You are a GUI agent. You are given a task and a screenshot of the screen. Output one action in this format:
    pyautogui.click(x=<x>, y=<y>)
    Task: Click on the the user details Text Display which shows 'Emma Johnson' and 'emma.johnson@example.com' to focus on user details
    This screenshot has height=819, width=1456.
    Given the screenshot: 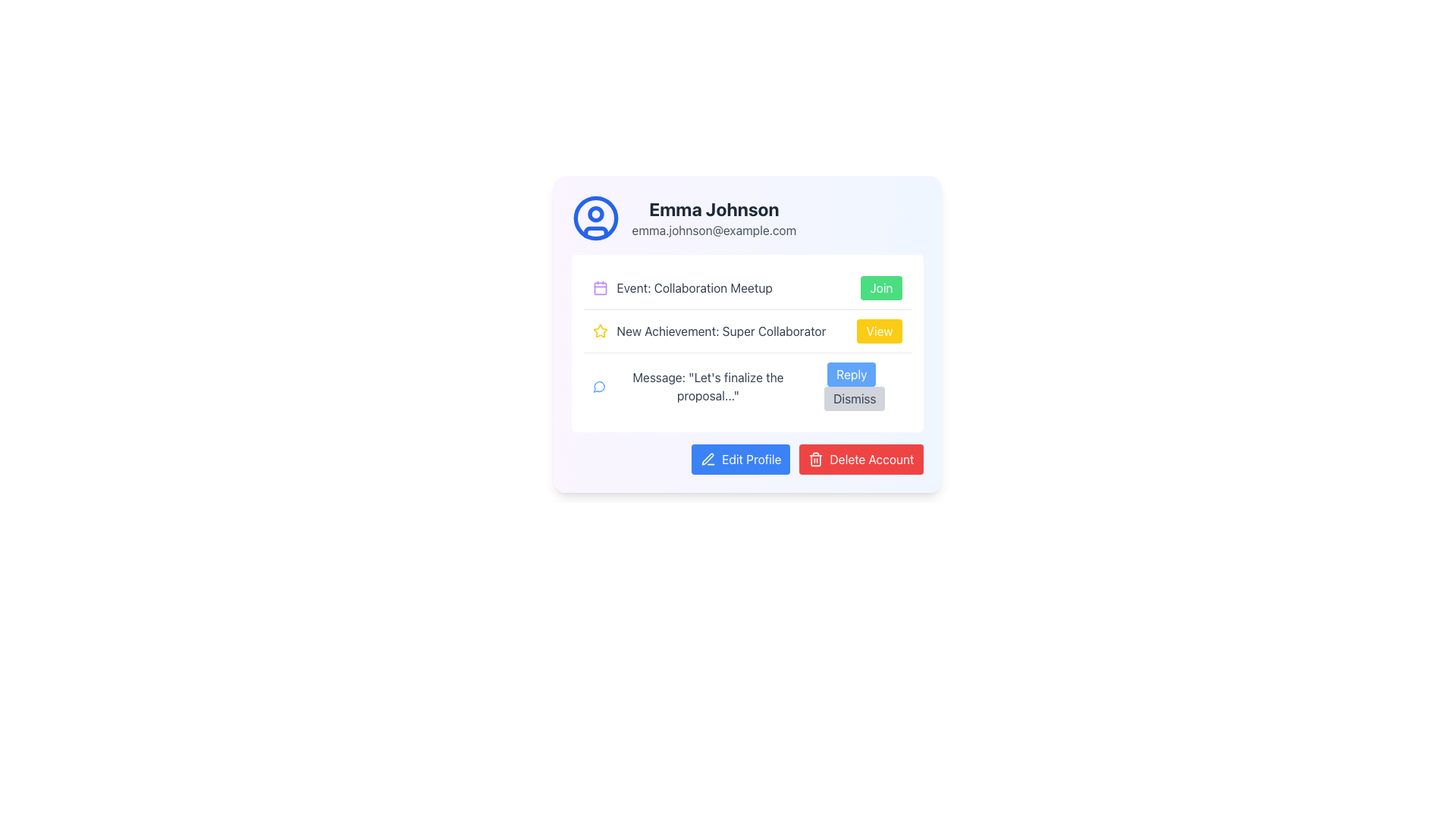 What is the action you would take?
    pyautogui.click(x=713, y=218)
    